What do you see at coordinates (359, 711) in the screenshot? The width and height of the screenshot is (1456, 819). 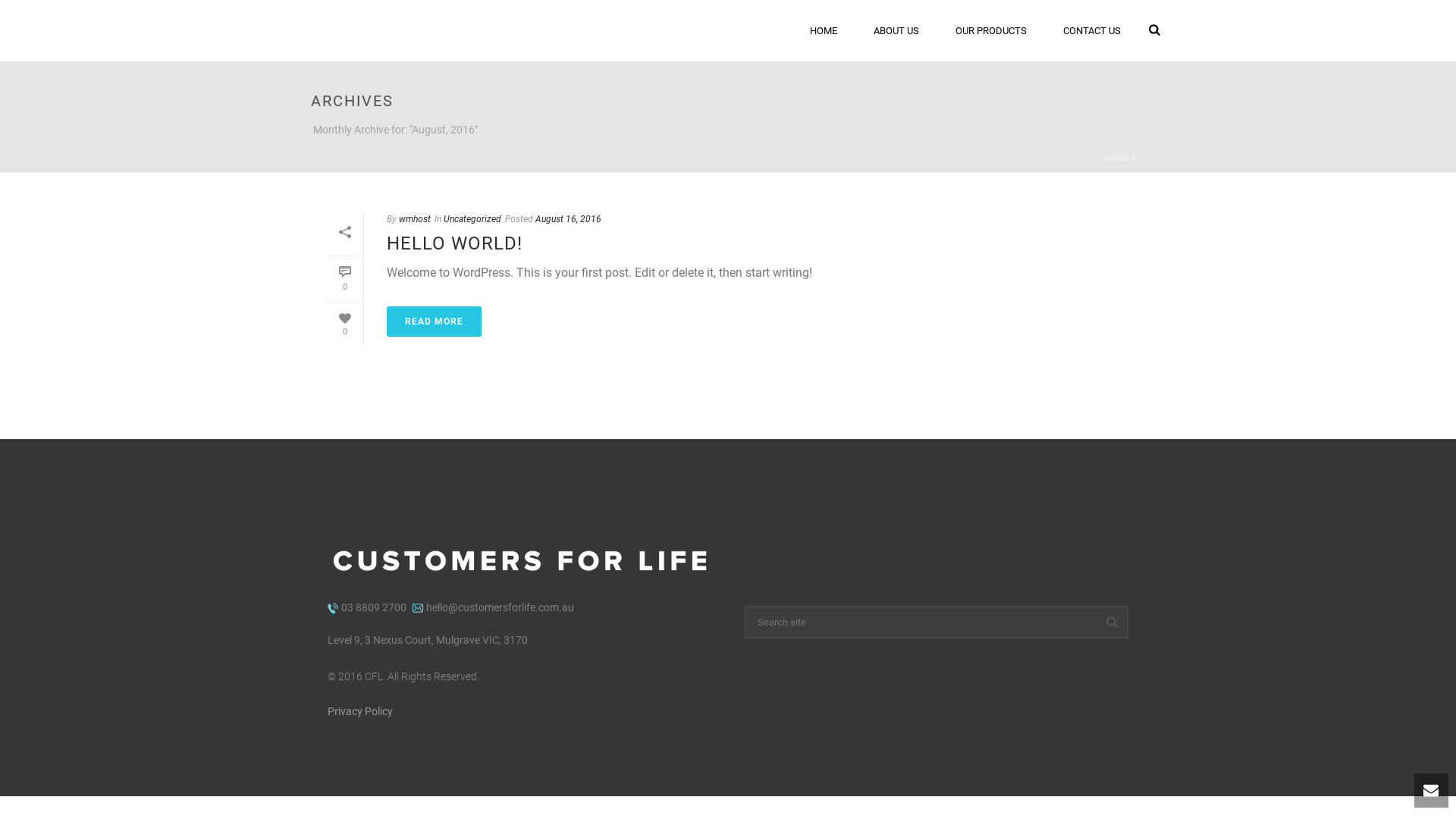 I see `'Privacy Policy'` at bounding box center [359, 711].